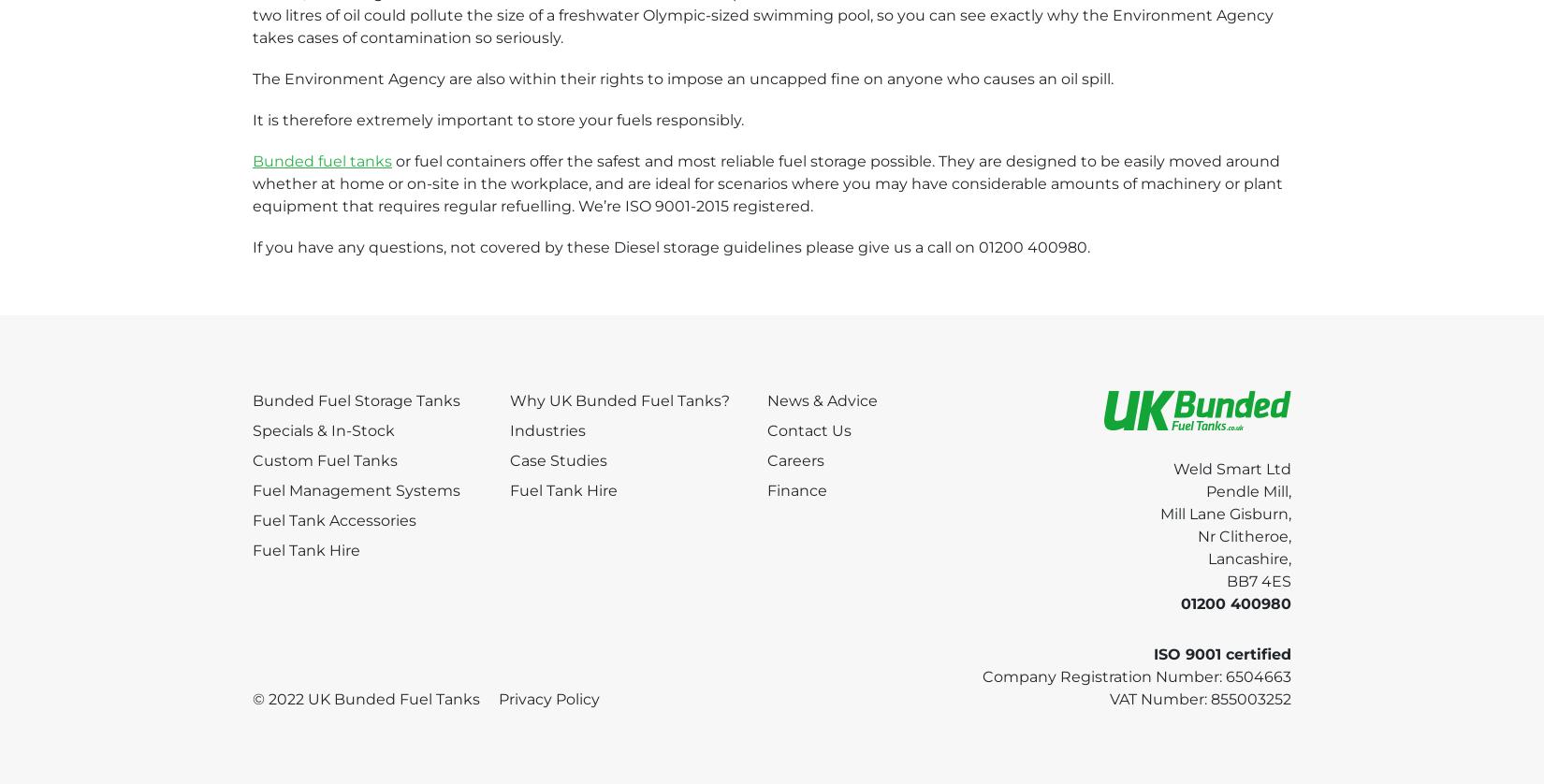 The image size is (1544, 784). Describe the element at coordinates (1137, 675) in the screenshot. I see `'Company Registration Number: 6504663'` at that location.